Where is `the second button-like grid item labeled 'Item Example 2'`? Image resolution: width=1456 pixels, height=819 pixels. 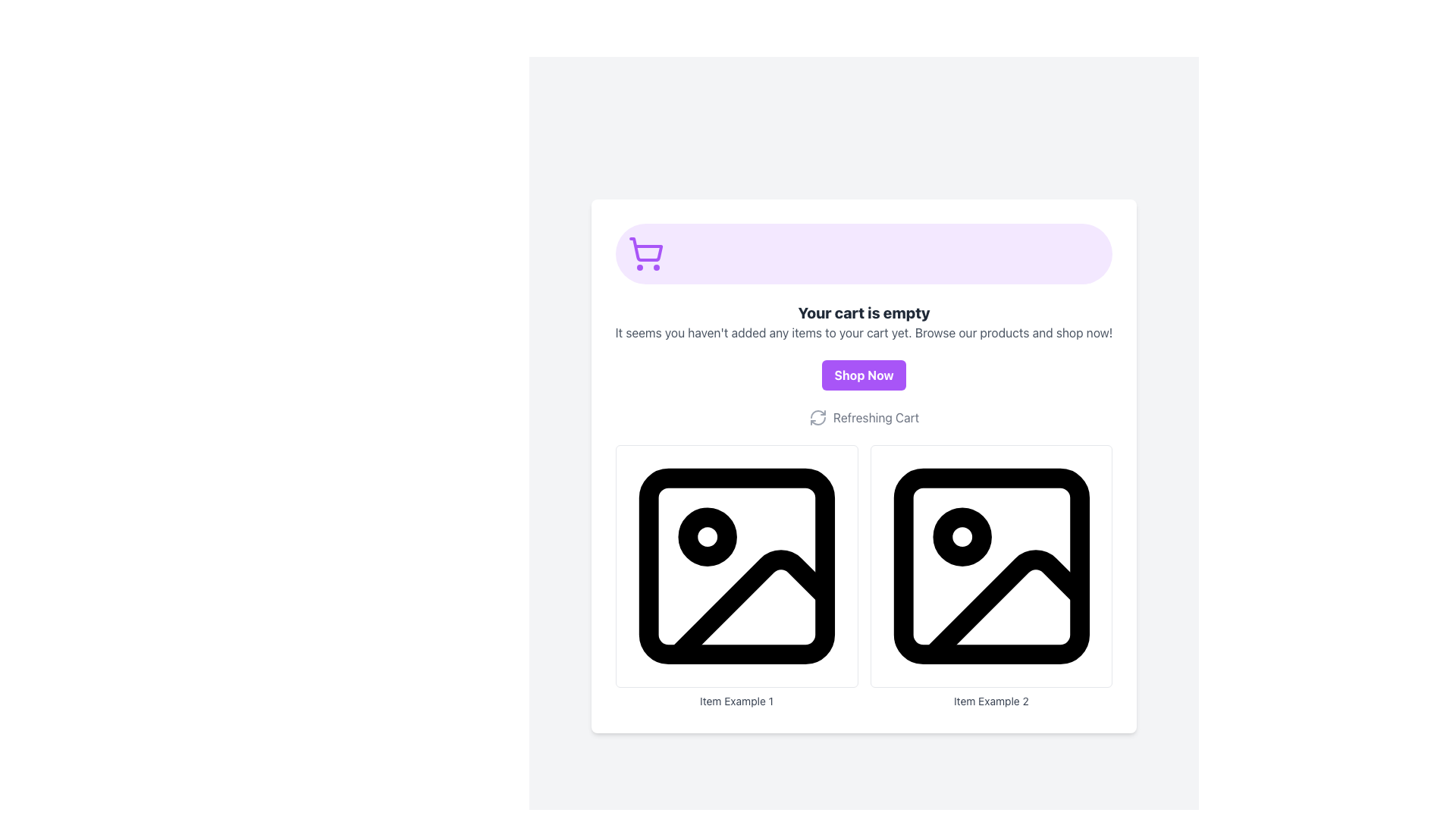
the second button-like grid item labeled 'Item Example 2' is located at coordinates (991, 576).